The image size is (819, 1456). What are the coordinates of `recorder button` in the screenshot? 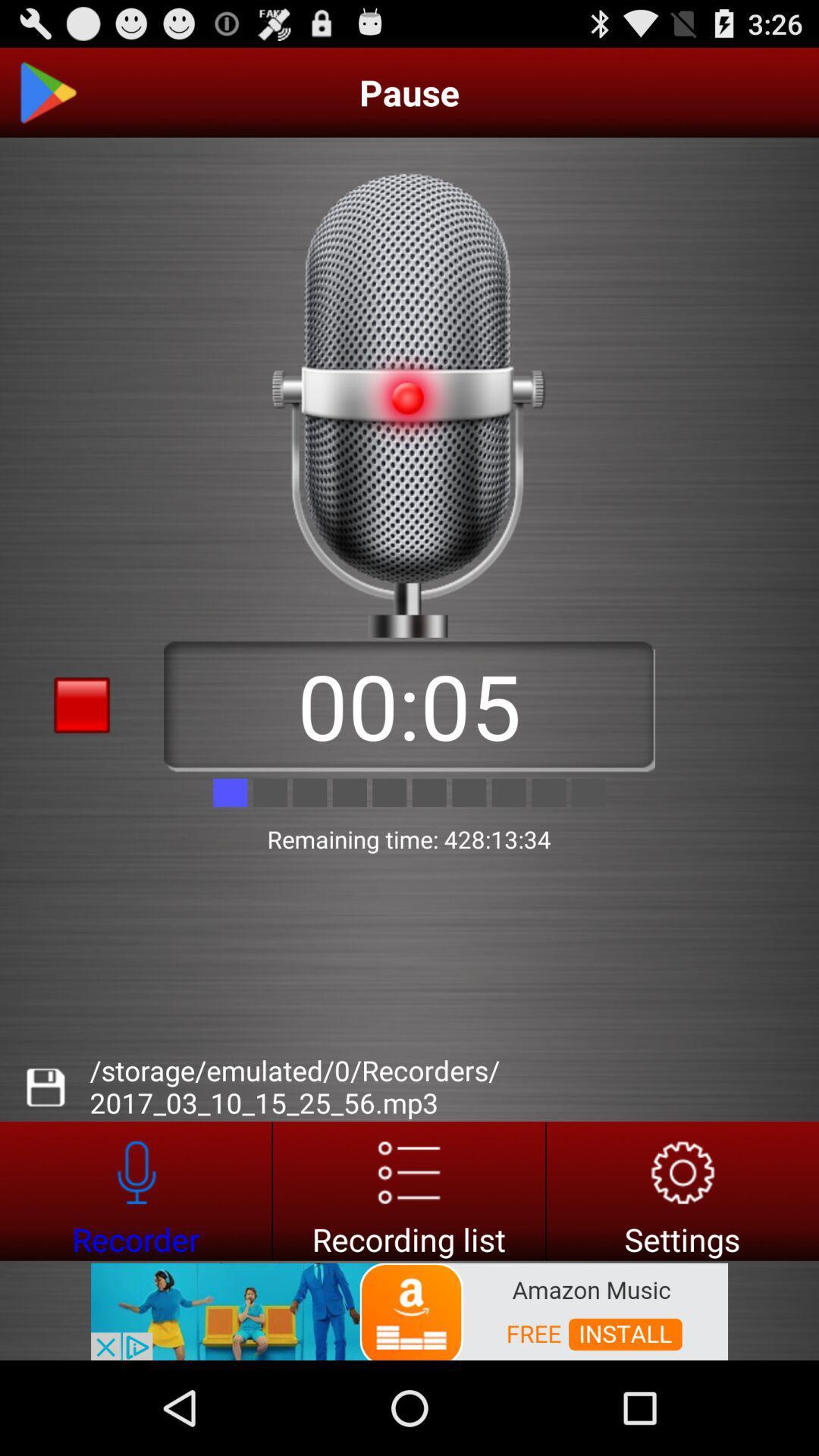 It's located at (135, 1190).